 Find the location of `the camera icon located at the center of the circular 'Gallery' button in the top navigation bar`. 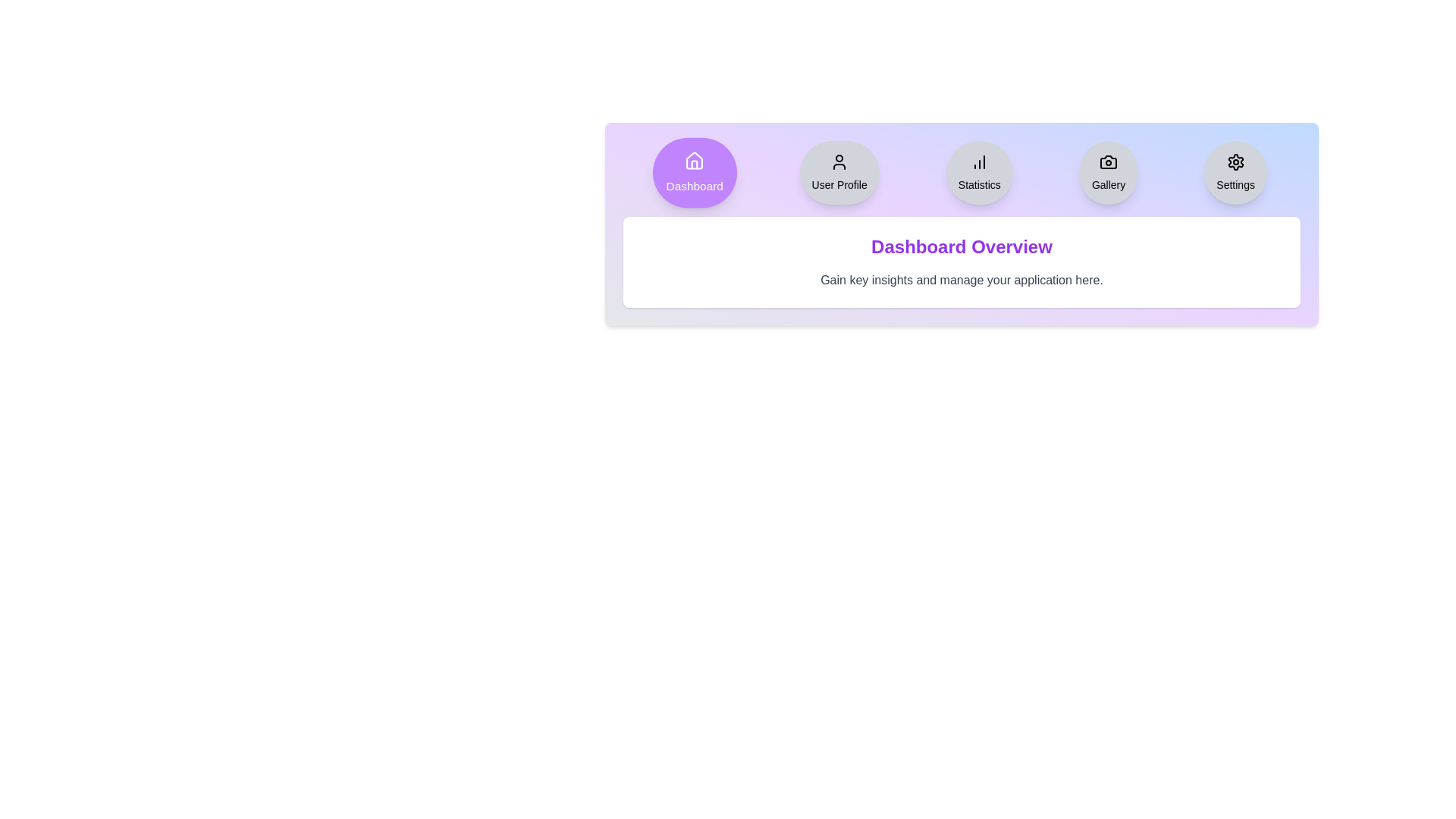

the camera icon located at the center of the circular 'Gallery' button in the top navigation bar is located at coordinates (1109, 162).